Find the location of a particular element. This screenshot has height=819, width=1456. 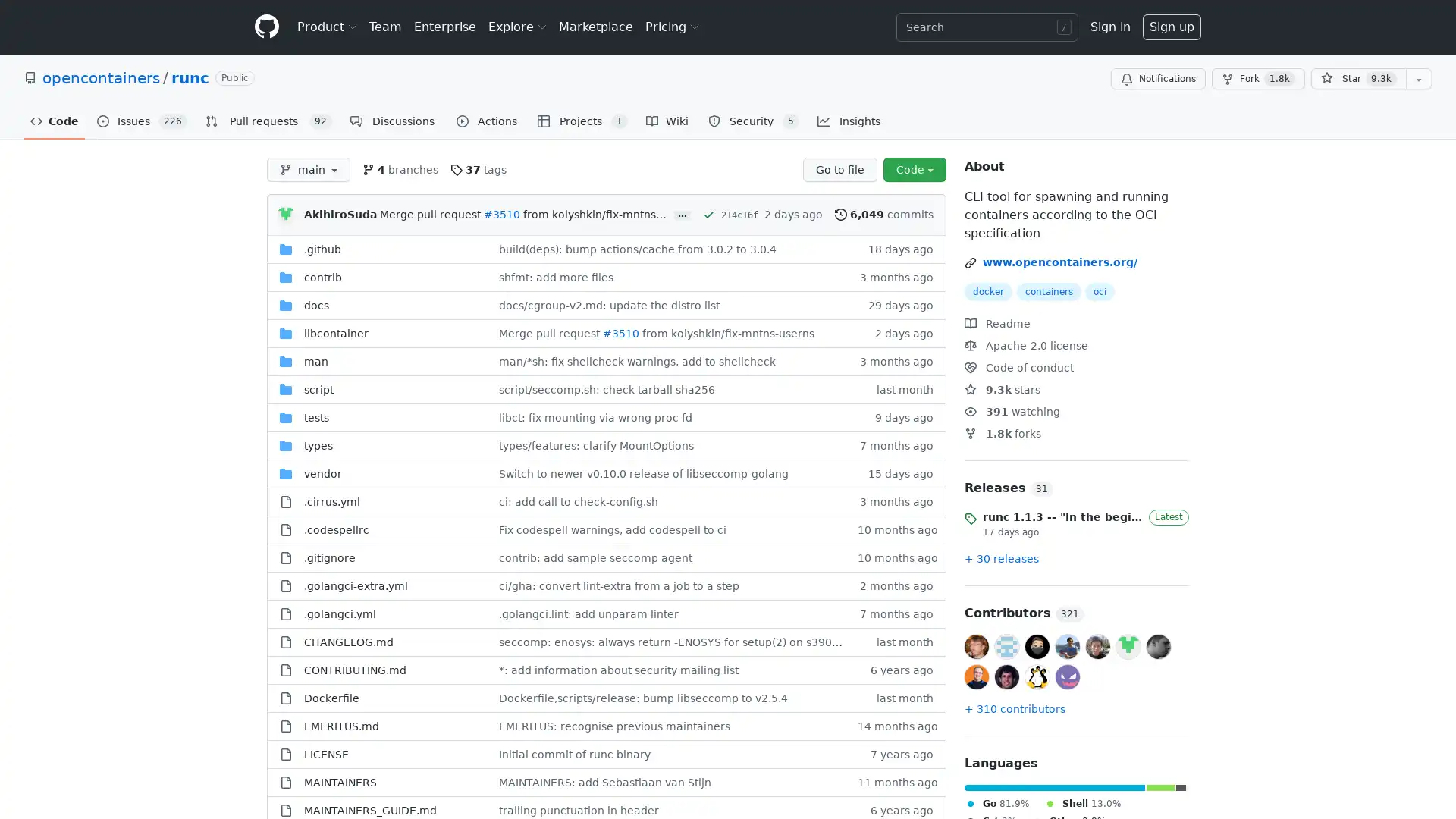

... is located at coordinates (682, 215).